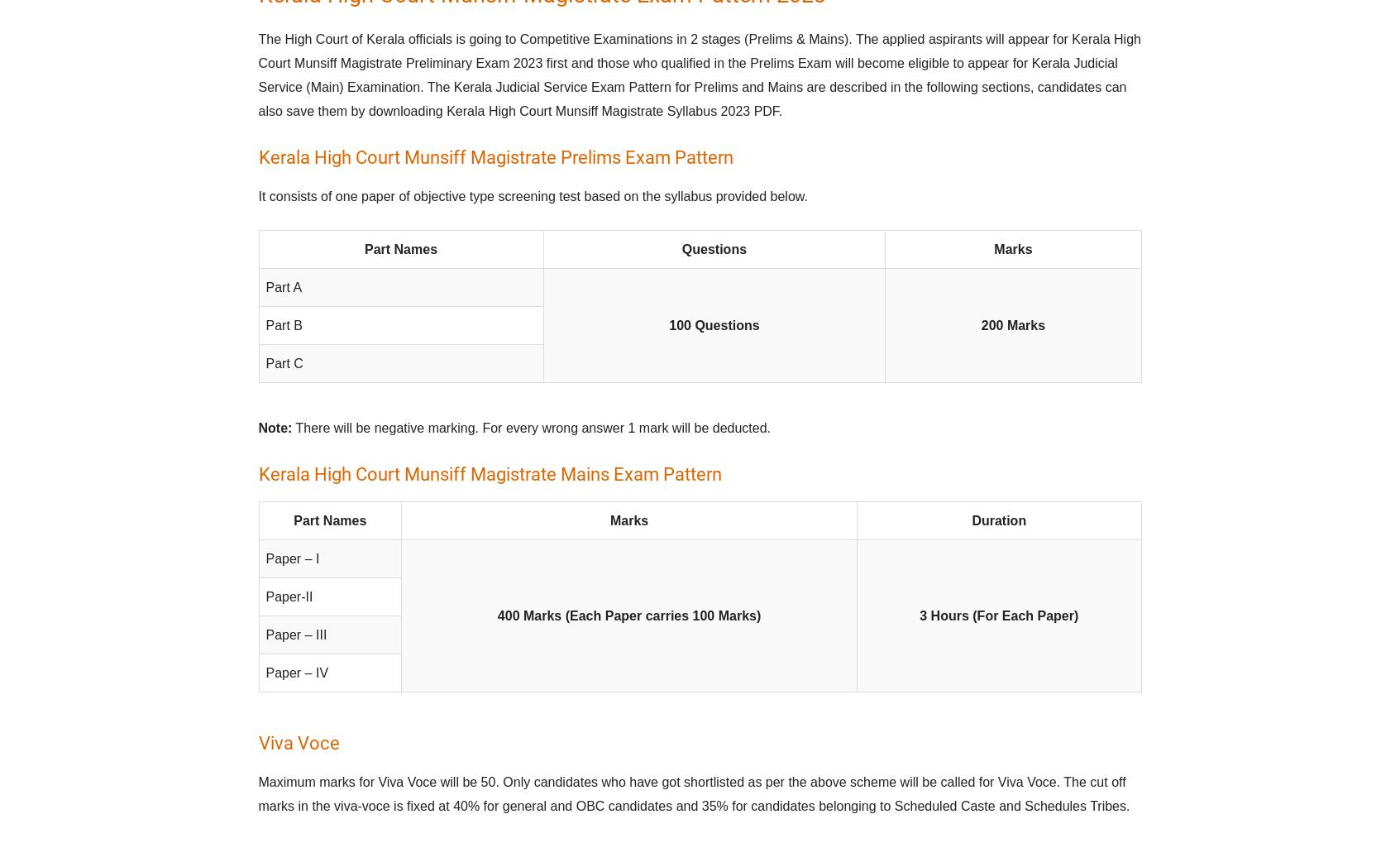 Image resolution: width=1400 pixels, height=843 pixels. What do you see at coordinates (533, 196) in the screenshot?
I see `'It consists of one paper of objective type screening test based on the syllabus provided below.'` at bounding box center [533, 196].